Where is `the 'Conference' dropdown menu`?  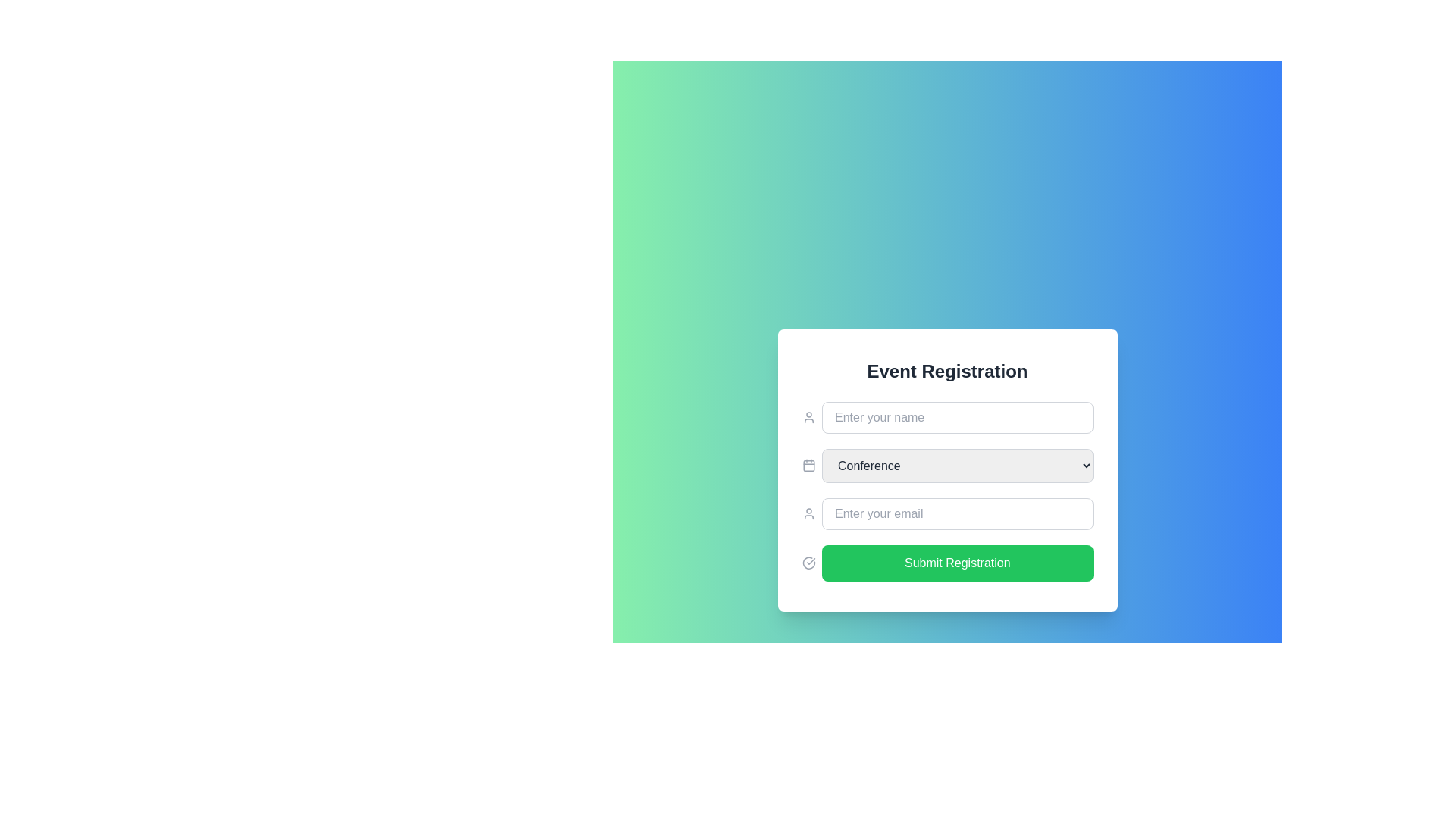
the 'Conference' dropdown menu is located at coordinates (946, 464).